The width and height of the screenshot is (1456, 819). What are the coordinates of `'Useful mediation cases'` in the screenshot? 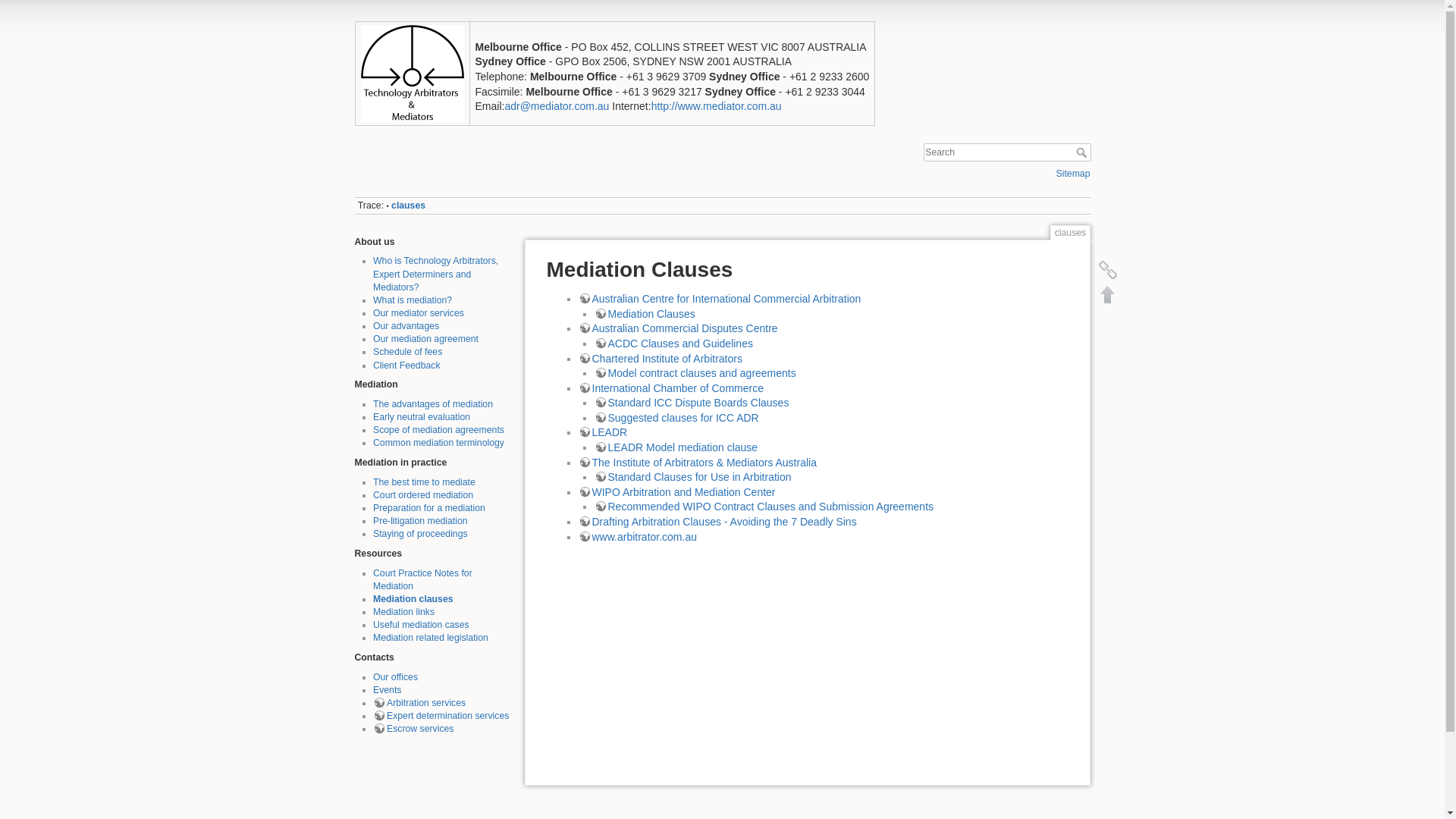 It's located at (372, 625).